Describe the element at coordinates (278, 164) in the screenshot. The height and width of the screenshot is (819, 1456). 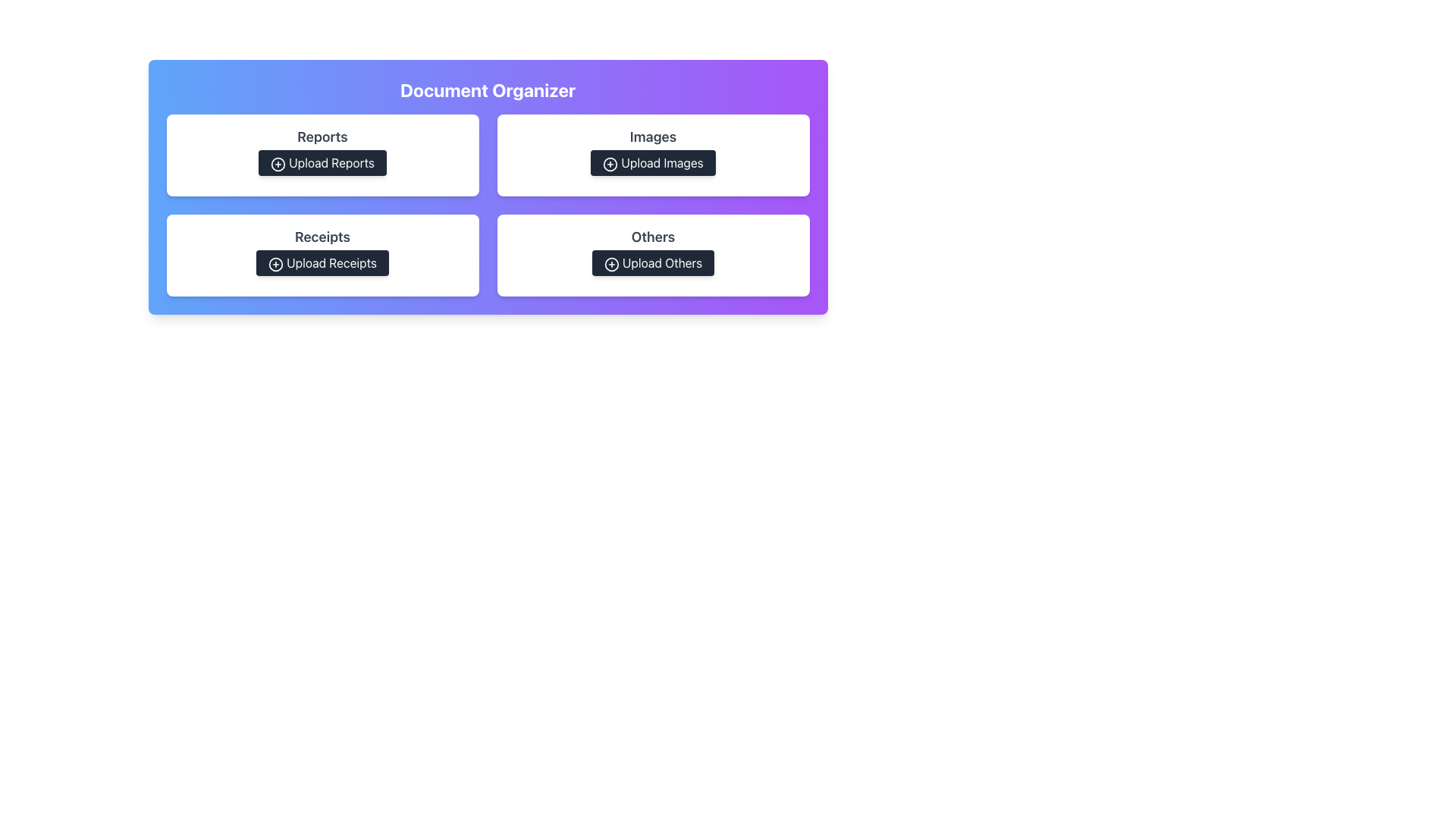
I see `the addition/upload icon within the 'Upload Reports' button located in the top-left section of the grid layout` at that location.